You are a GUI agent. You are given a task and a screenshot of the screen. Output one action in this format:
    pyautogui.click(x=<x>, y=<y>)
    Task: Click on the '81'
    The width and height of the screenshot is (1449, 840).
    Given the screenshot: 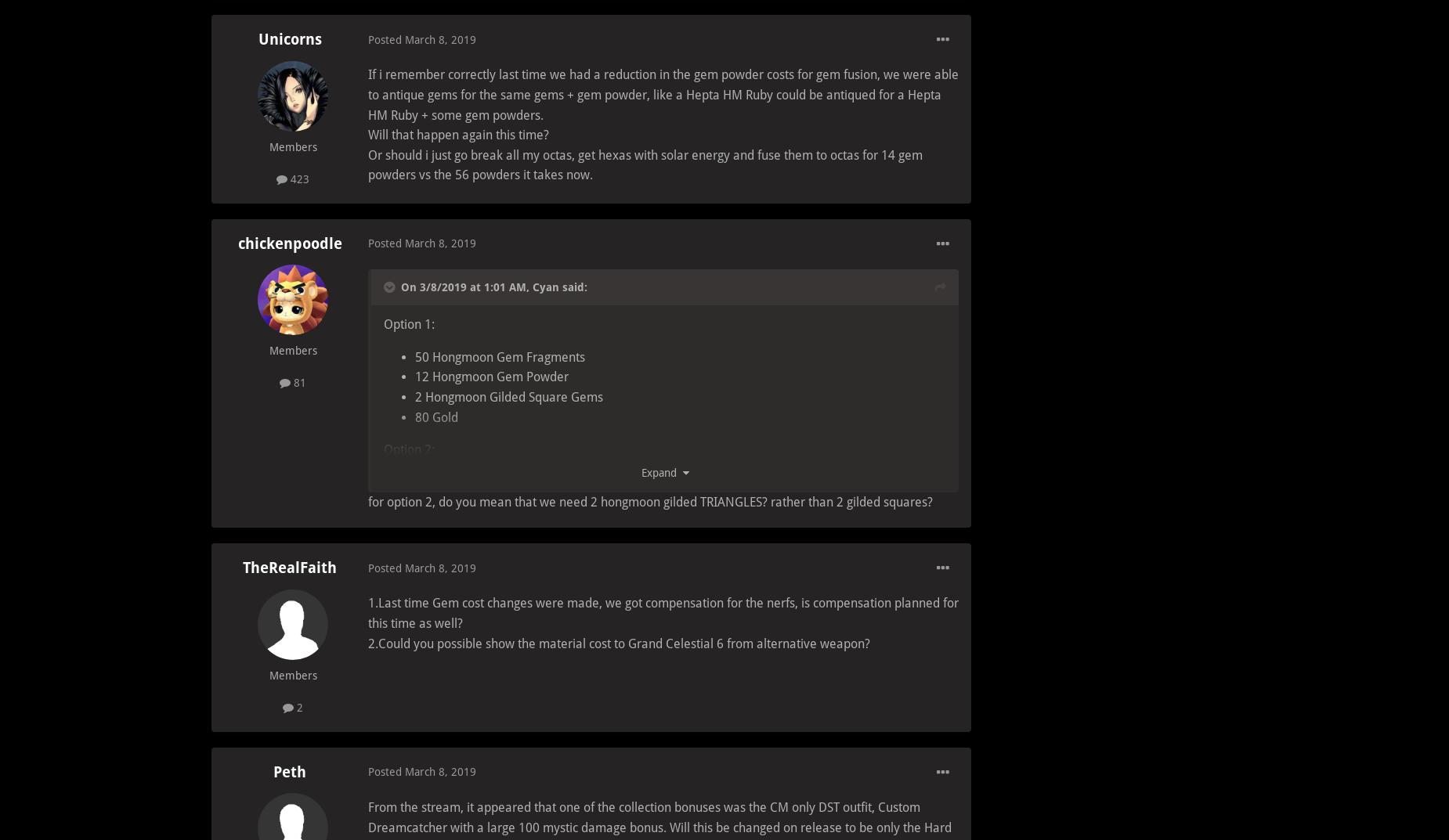 What is the action you would take?
    pyautogui.click(x=297, y=381)
    